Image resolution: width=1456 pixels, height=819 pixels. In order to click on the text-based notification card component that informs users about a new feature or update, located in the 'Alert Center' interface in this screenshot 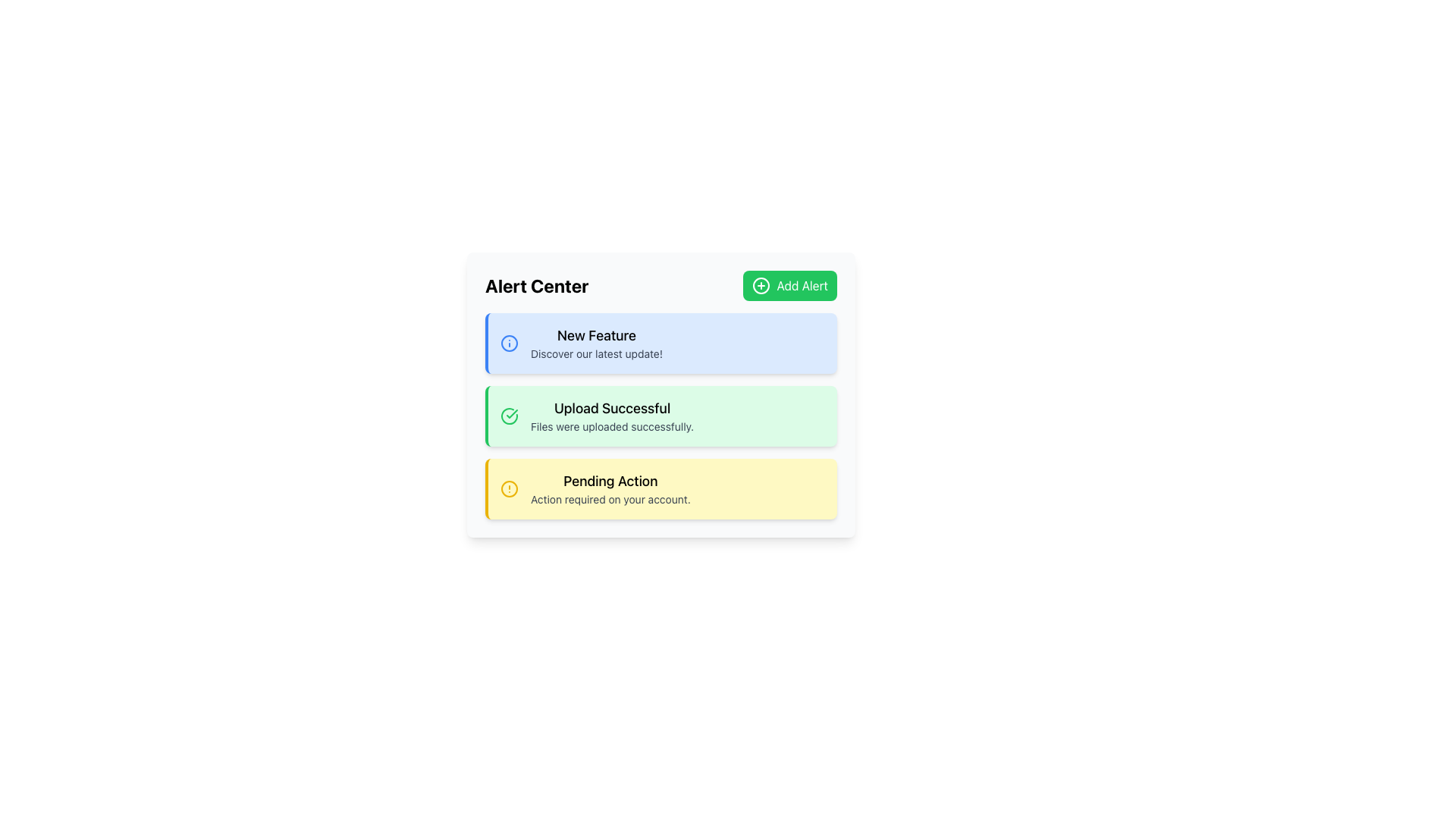, I will do `click(596, 343)`.